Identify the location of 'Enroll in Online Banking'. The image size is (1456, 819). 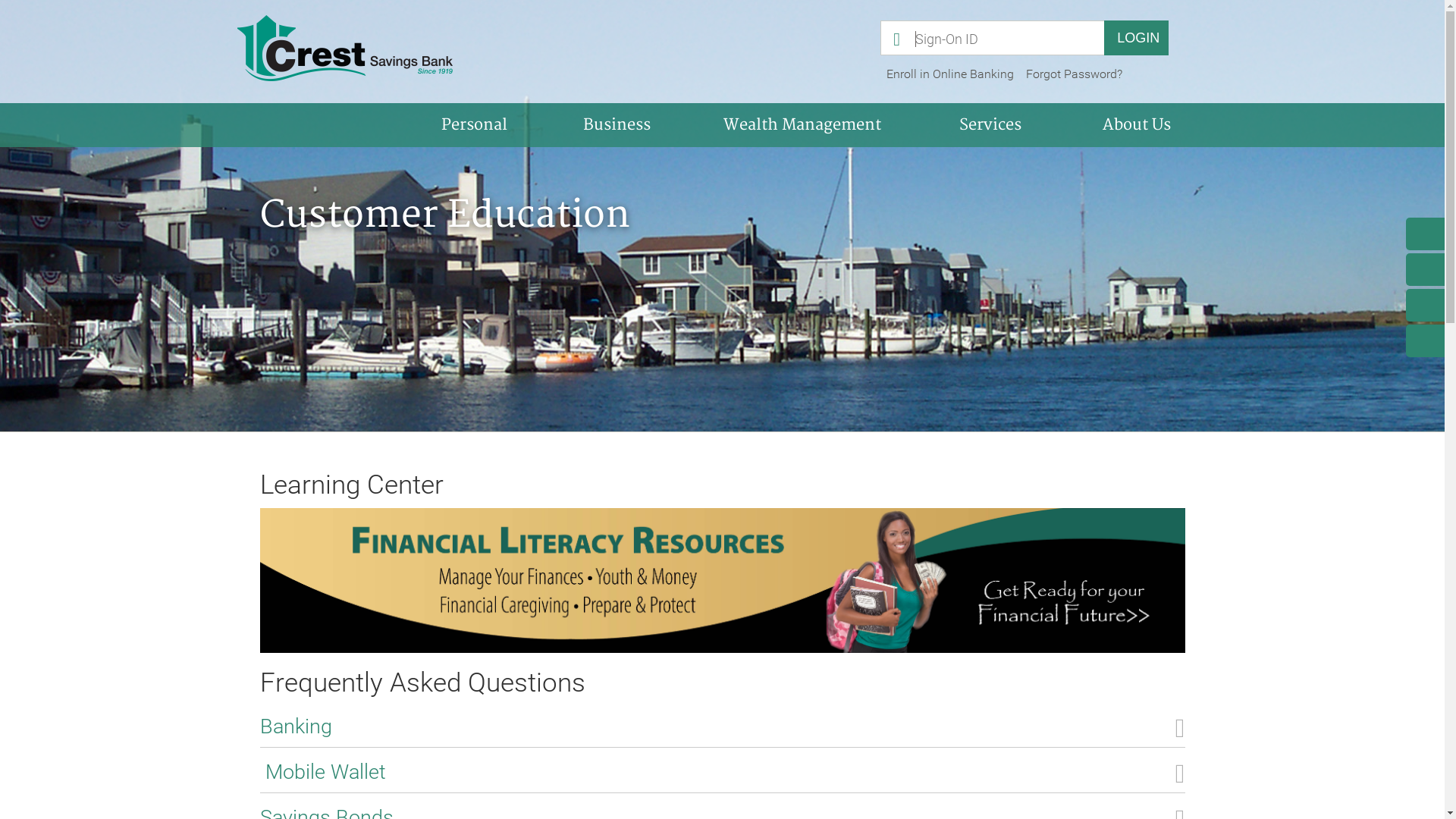
(880, 74).